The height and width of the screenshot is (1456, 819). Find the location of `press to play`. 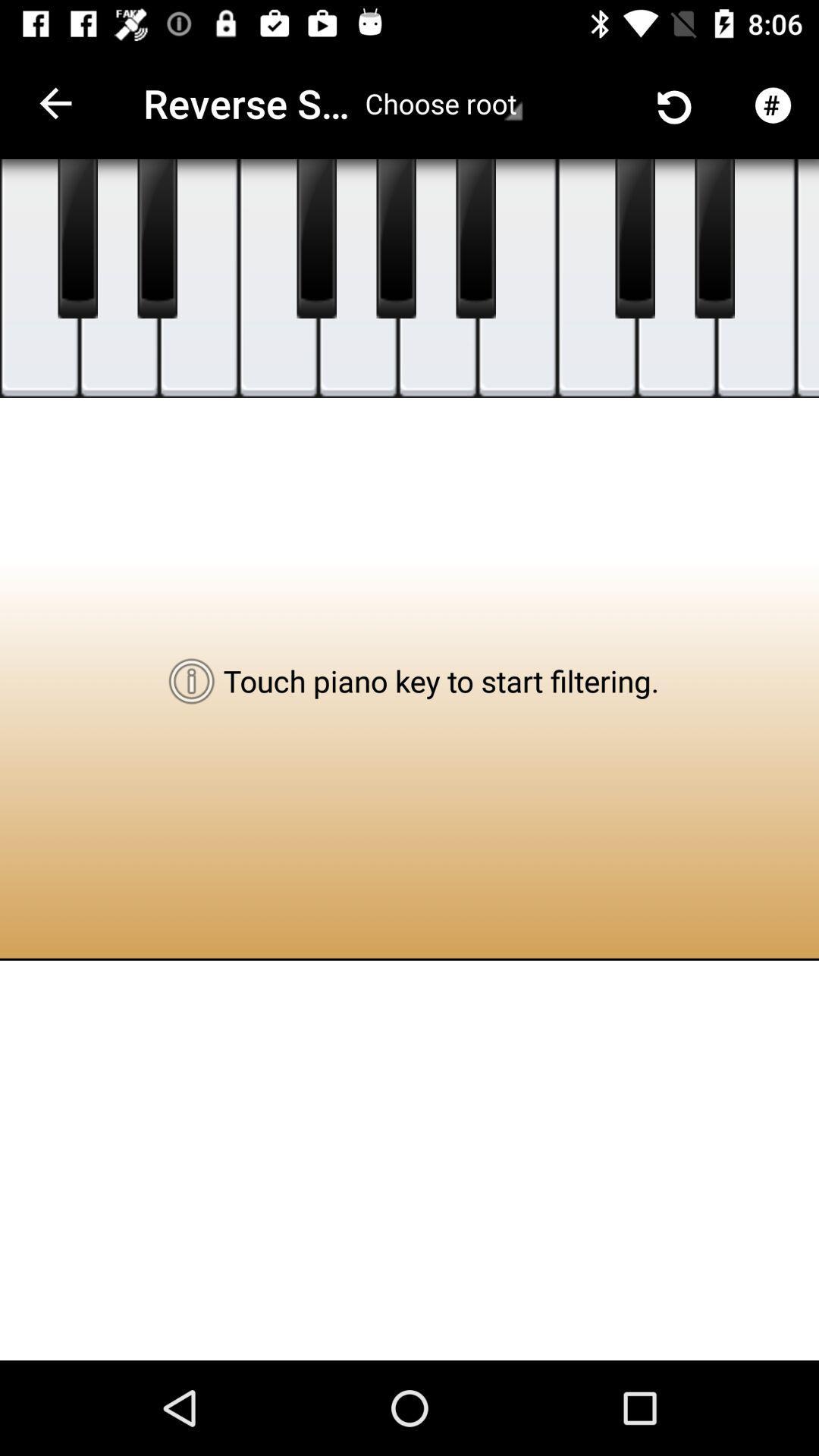

press to play is located at coordinates (806, 278).